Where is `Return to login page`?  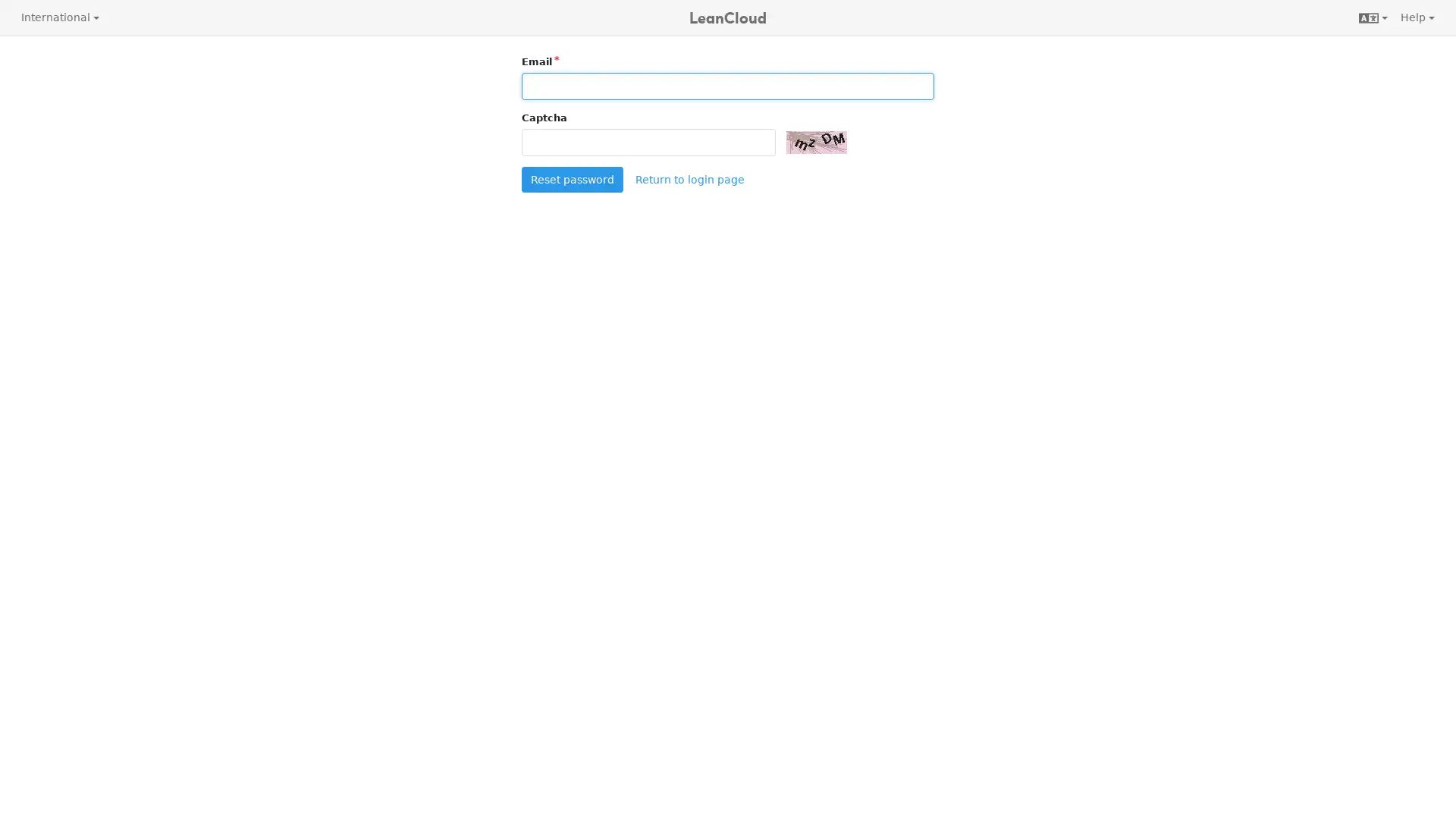
Return to login page is located at coordinates (688, 177).